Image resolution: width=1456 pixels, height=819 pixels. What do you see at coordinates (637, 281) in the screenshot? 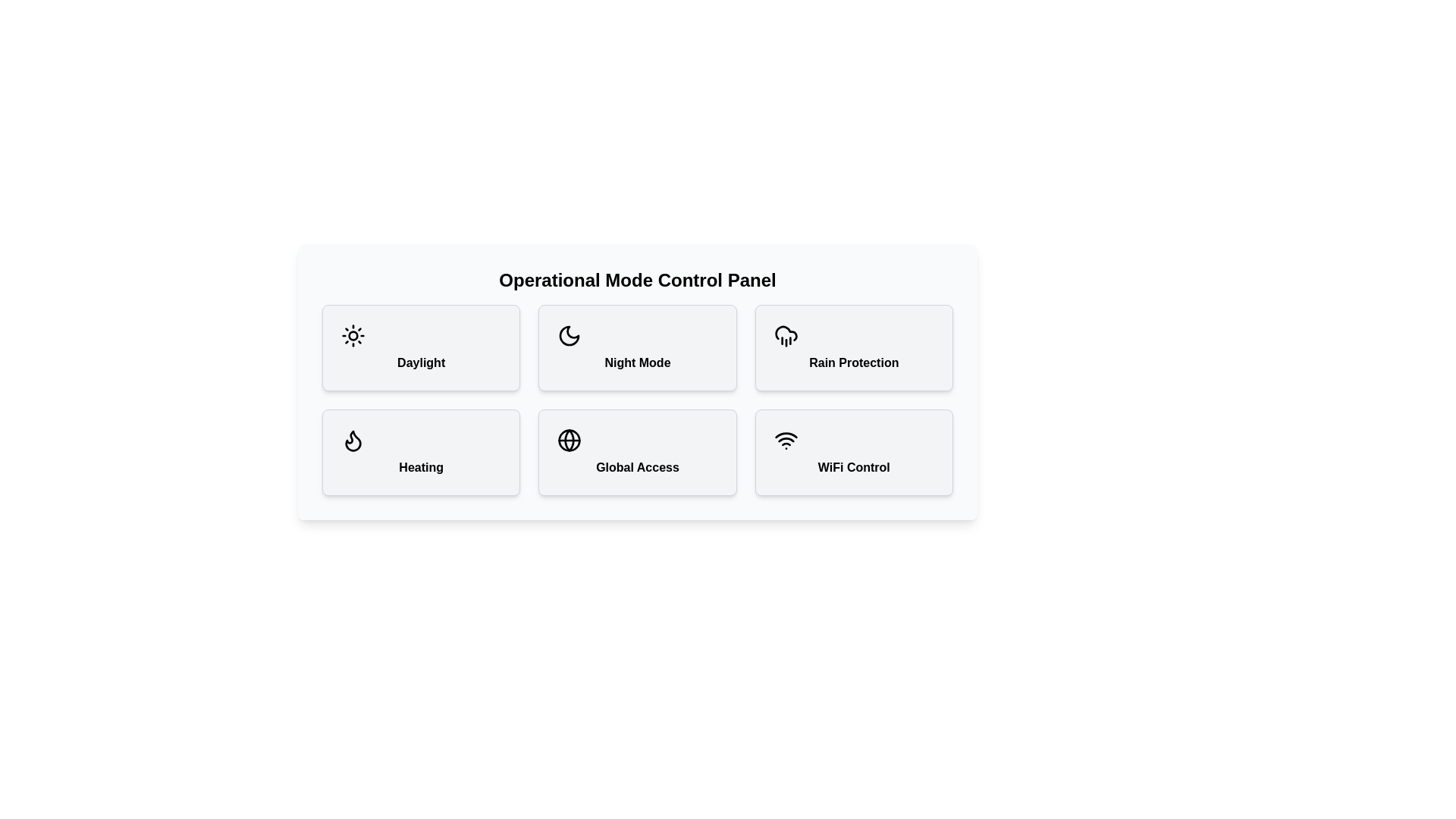
I see `the main heading labeled 'Operational Mode Control Panel'` at bounding box center [637, 281].